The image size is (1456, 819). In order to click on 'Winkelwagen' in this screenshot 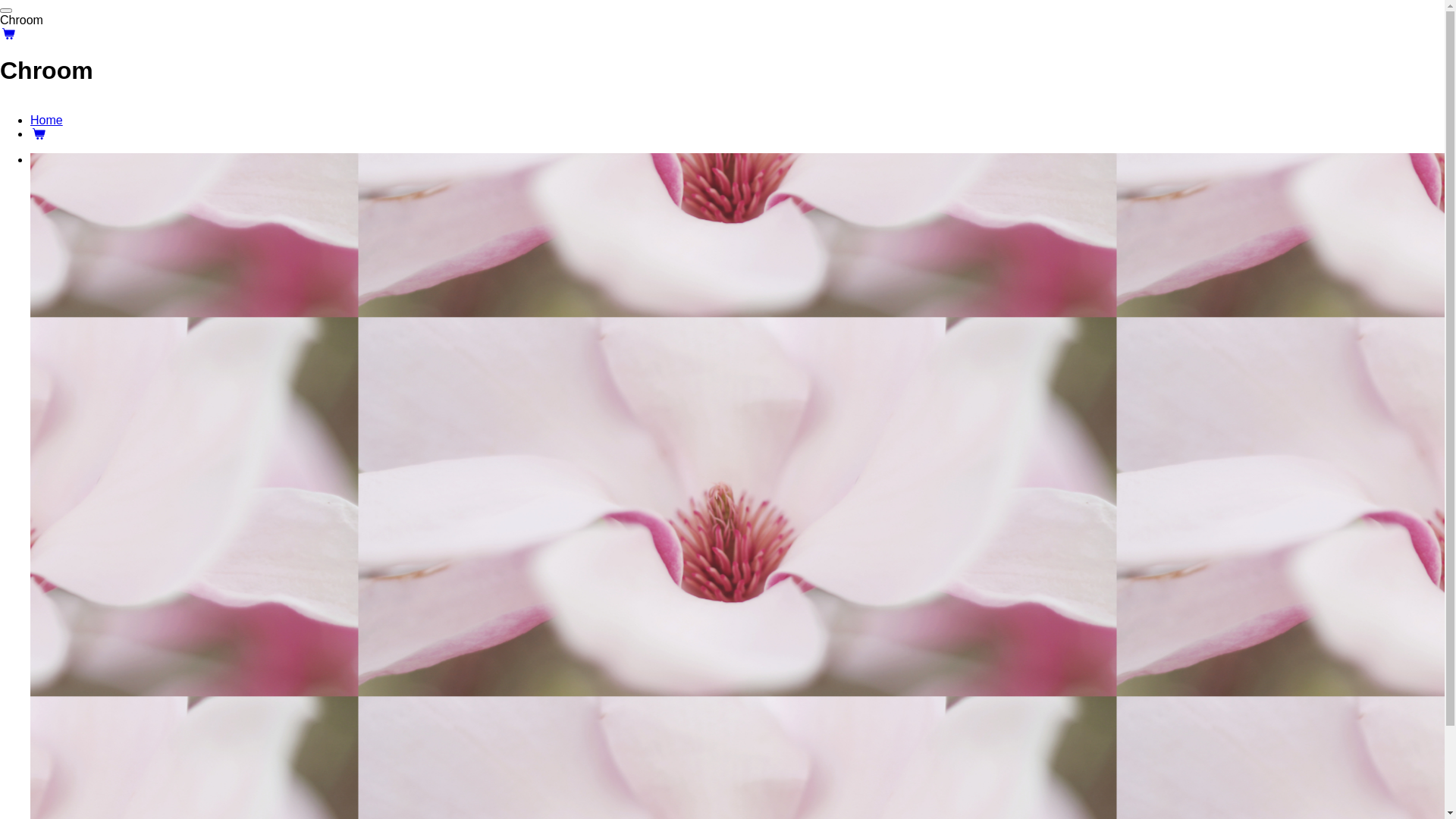, I will do `click(30, 133)`.